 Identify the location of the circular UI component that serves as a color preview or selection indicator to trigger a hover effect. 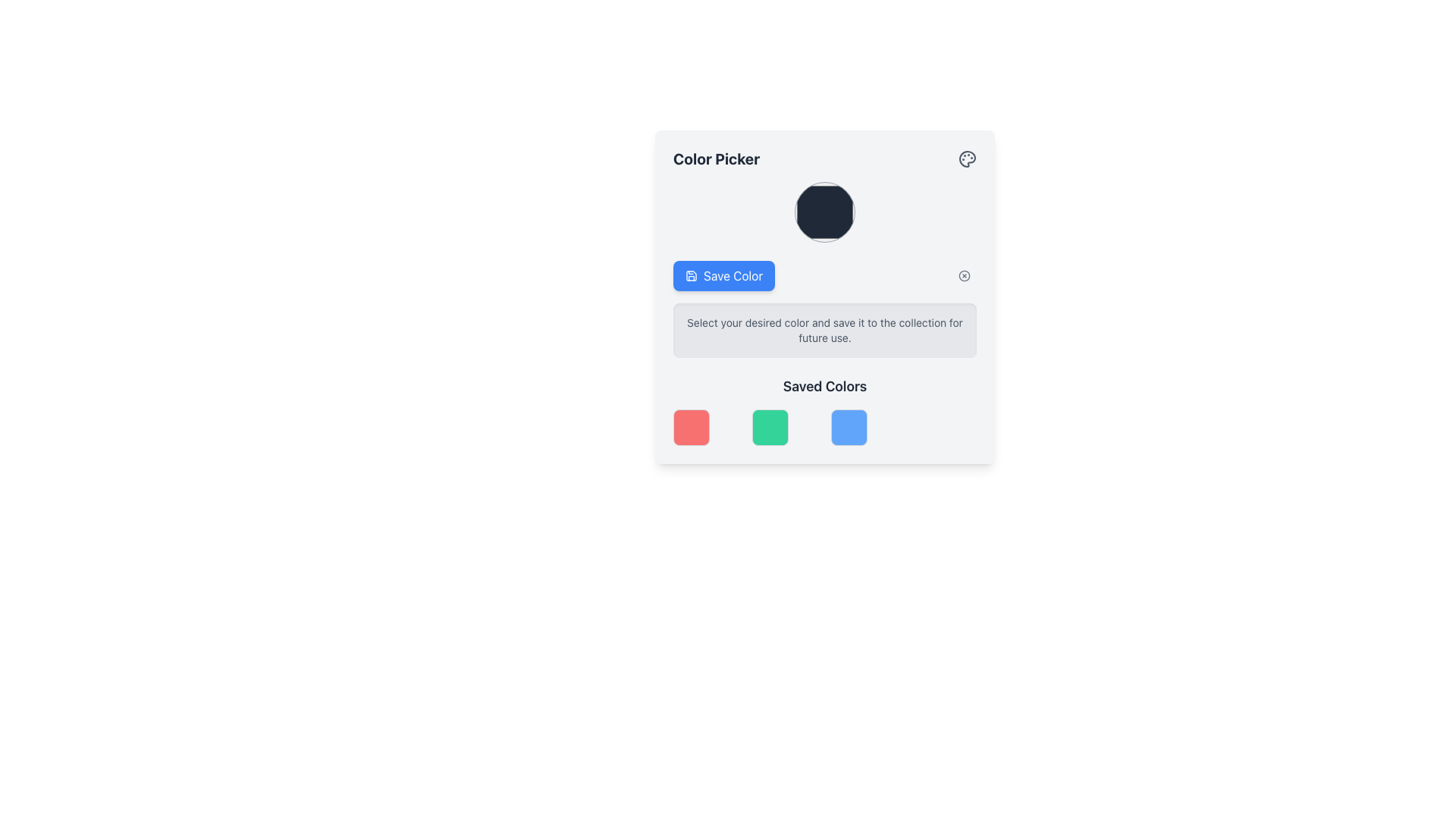
(824, 212).